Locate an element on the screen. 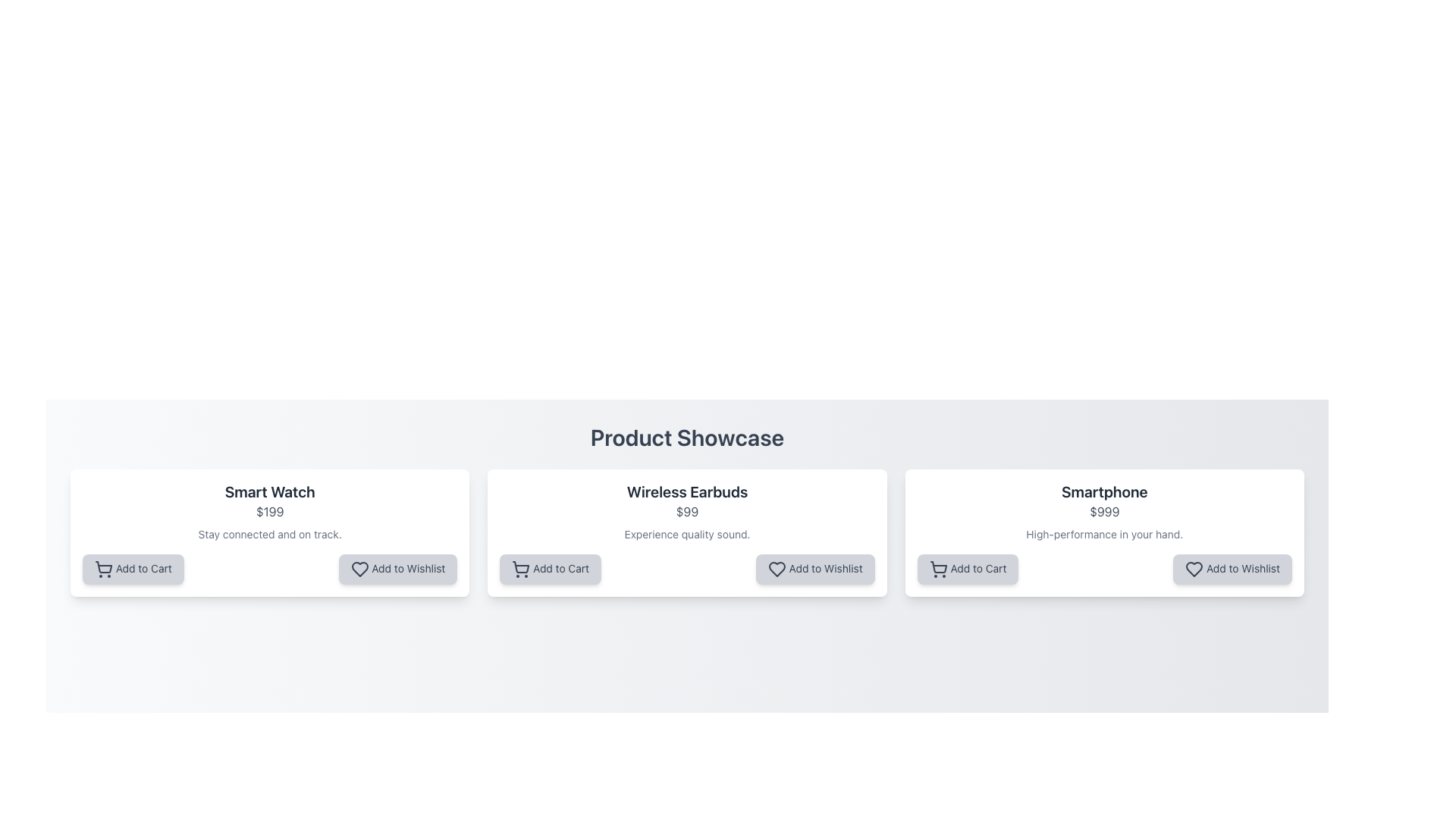  the 'Add to Cart' button, which features rounded corners, a light gray background, a shopping cart icon, and is located at the lower left corner of the 'Smart Watch' item's card is located at coordinates (133, 570).